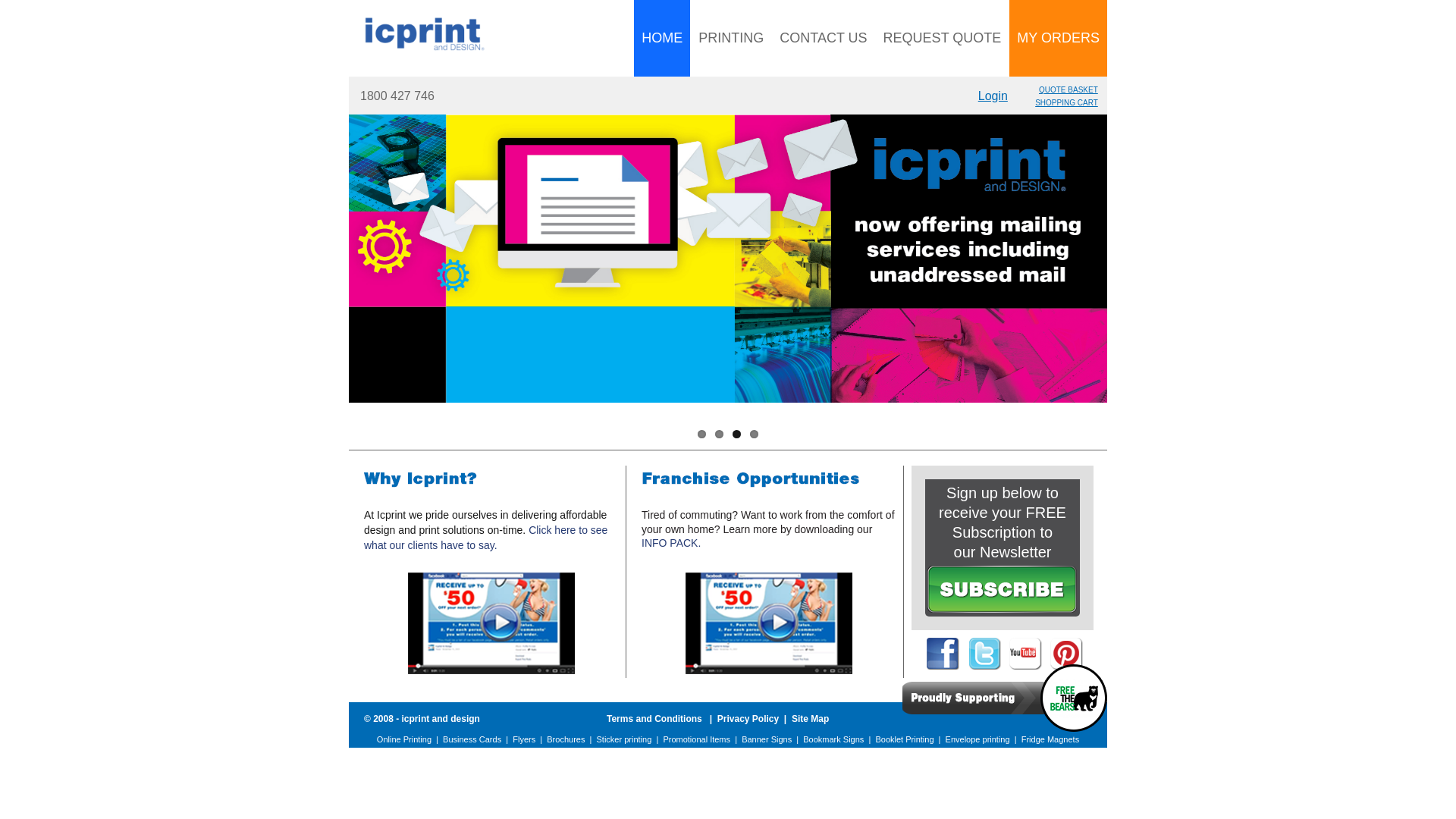 The image size is (1456, 819). Describe the element at coordinates (736, 434) in the screenshot. I see `'3'` at that location.